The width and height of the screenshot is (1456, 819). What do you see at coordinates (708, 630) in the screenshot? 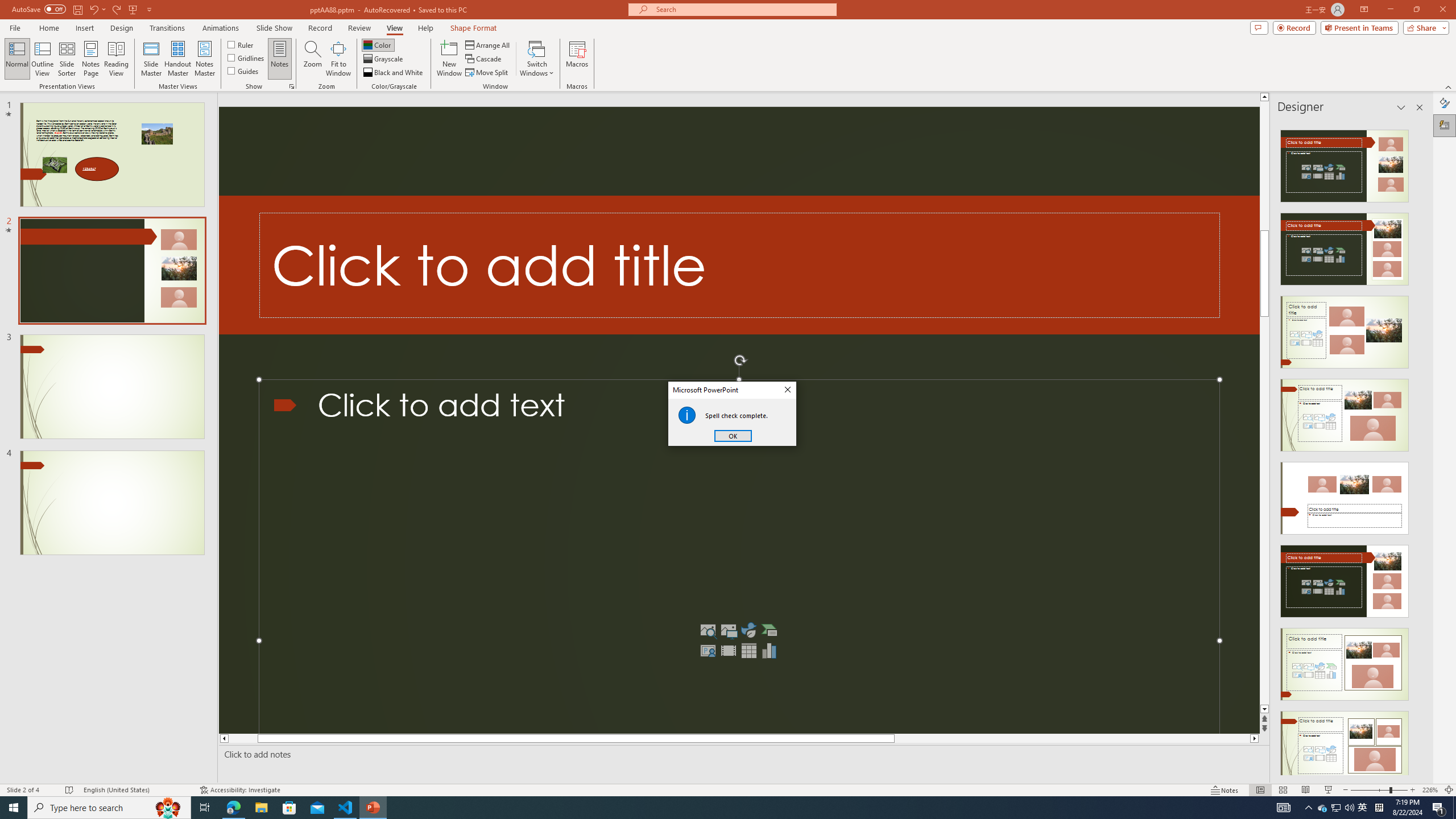
I see `'Stock Images'` at bounding box center [708, 630].